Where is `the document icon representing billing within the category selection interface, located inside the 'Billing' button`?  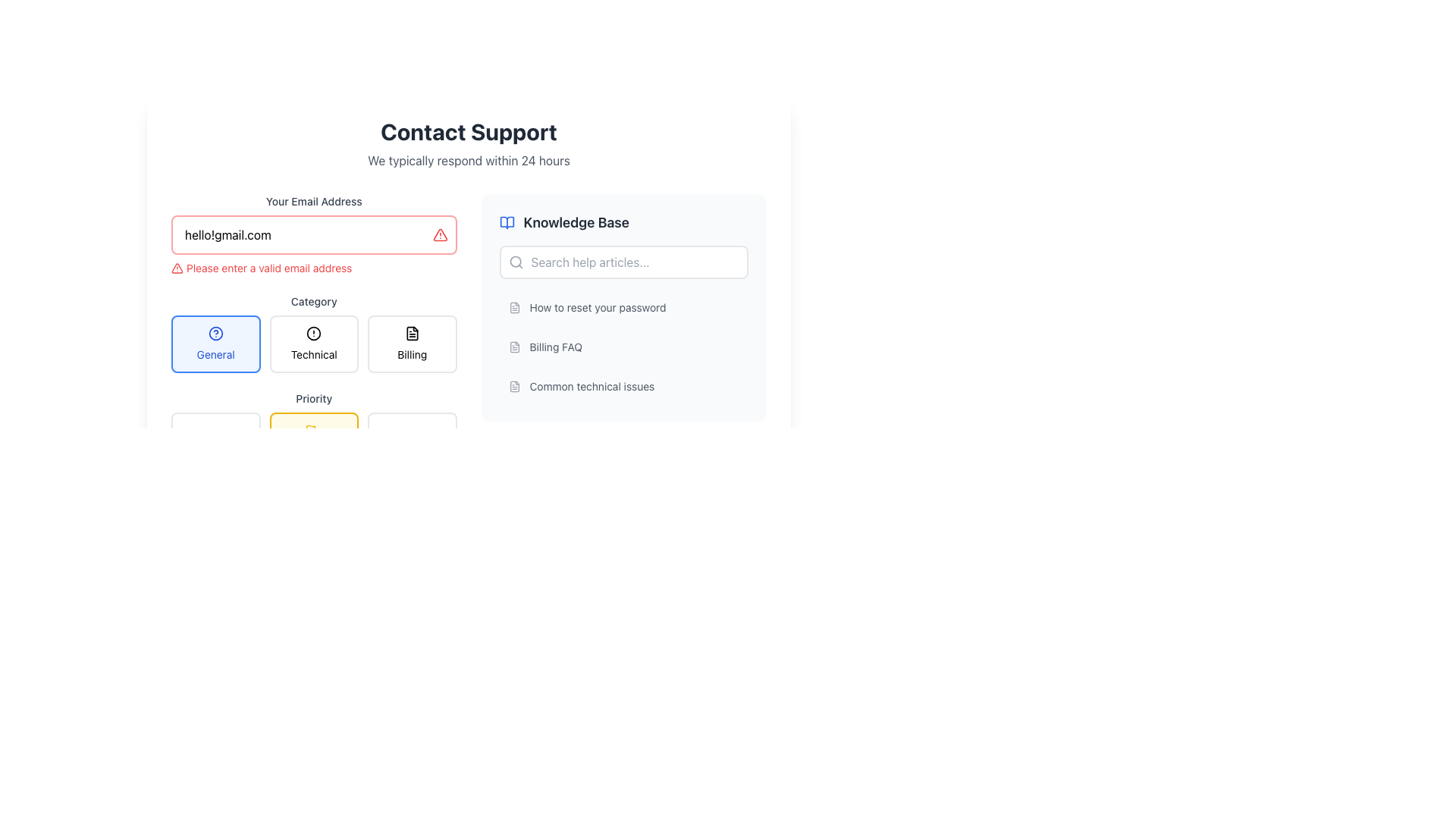
the document icon representing billing within the category selection interface, located inside the 'Billing' button is located at coordinates (412, 332).